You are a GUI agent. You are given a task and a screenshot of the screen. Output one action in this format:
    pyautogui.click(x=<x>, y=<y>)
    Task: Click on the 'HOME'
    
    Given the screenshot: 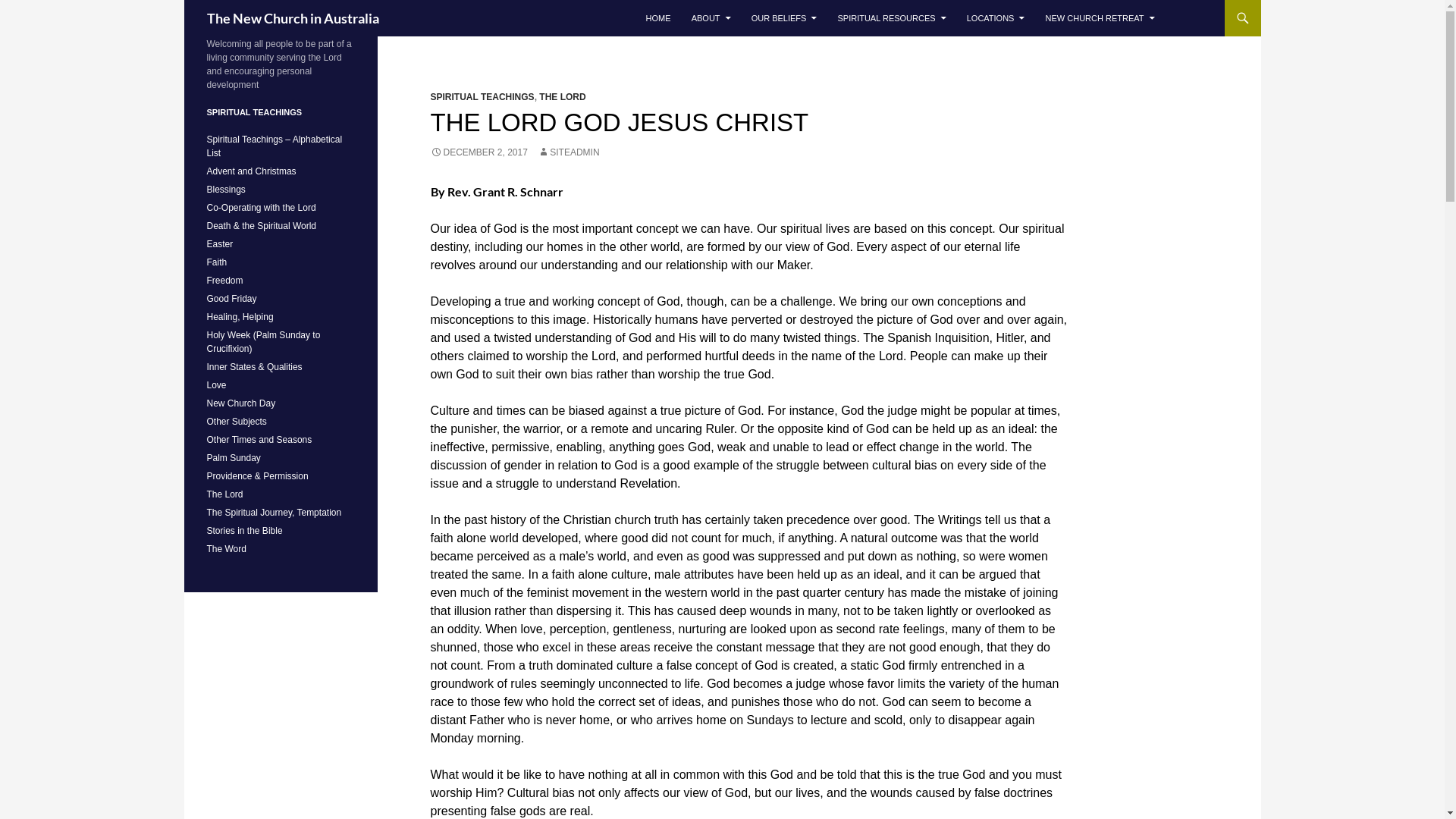 What is the action you would take?
    pyautogui.click(x=637, y=17)
    